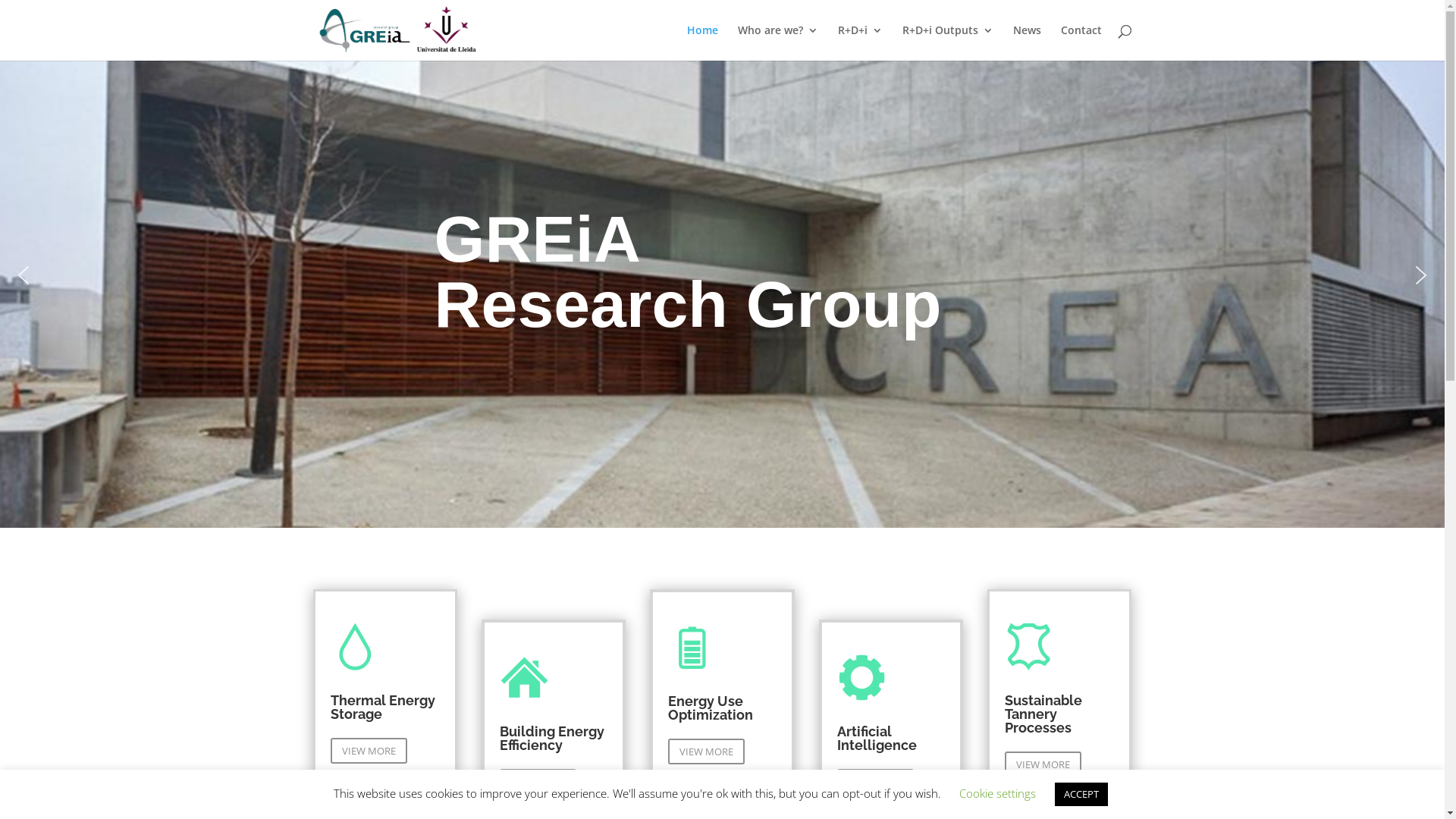 The height and width of the screenshot is (819, 1456). I want to click on 'VIEW MORE', so click(875, 781).